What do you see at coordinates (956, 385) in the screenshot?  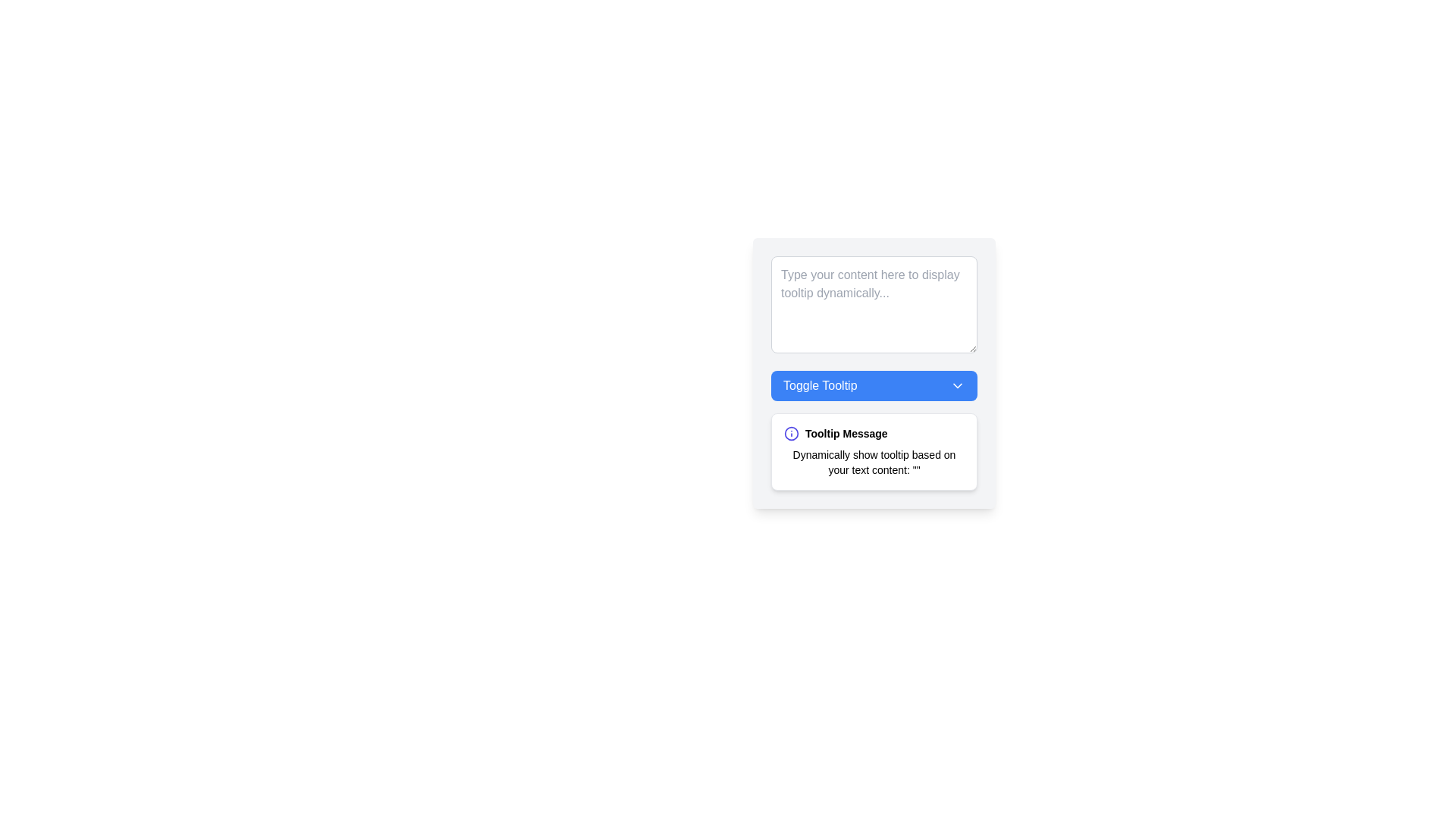 I see `the downward-pointing chevron icon located within the 'Toggle Tooltip' button` at bounding box center [956, 385].